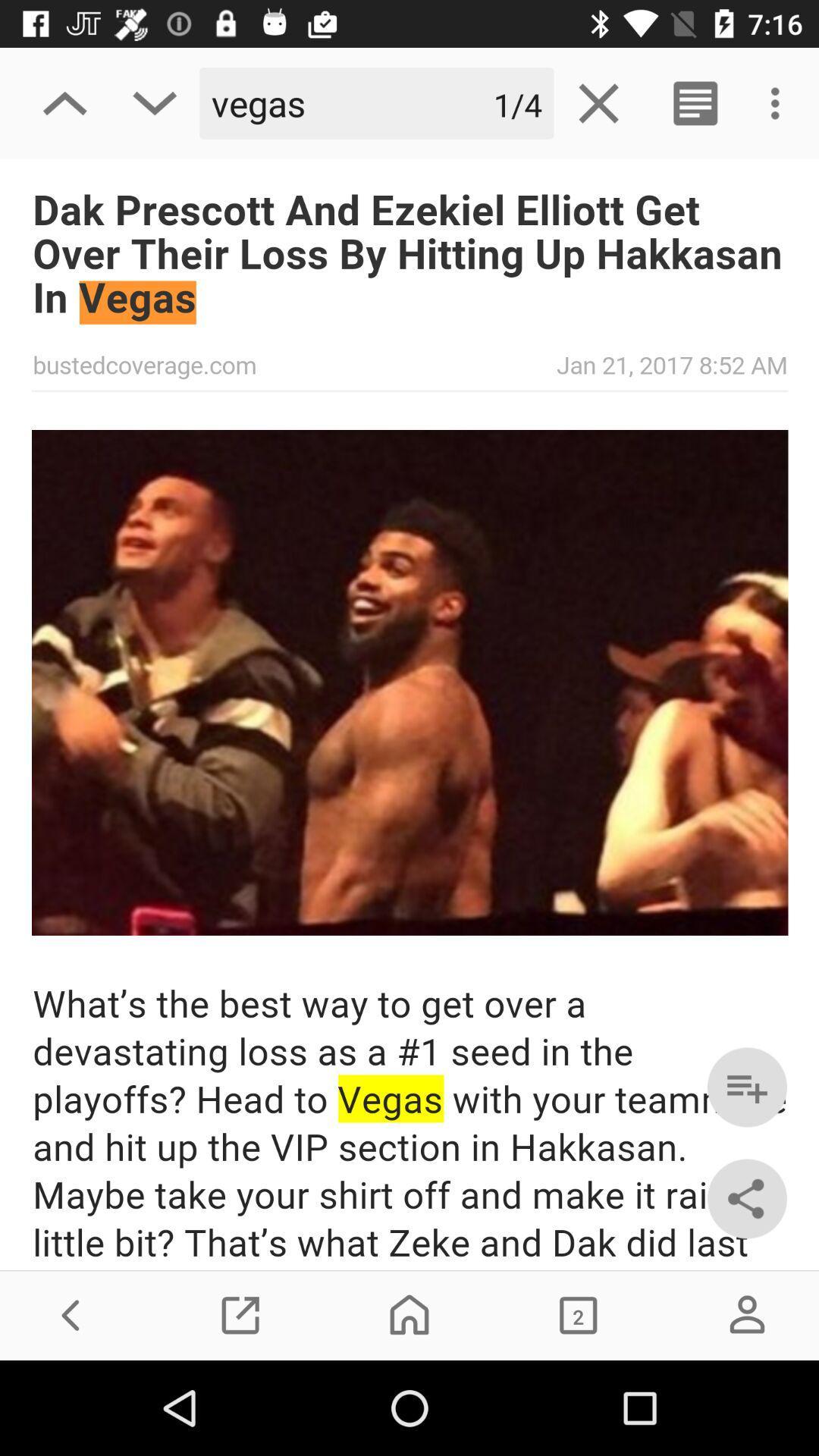 This screenshot has height=1456, width=819. I want to click on the avatar icon, so click(746, 1314).